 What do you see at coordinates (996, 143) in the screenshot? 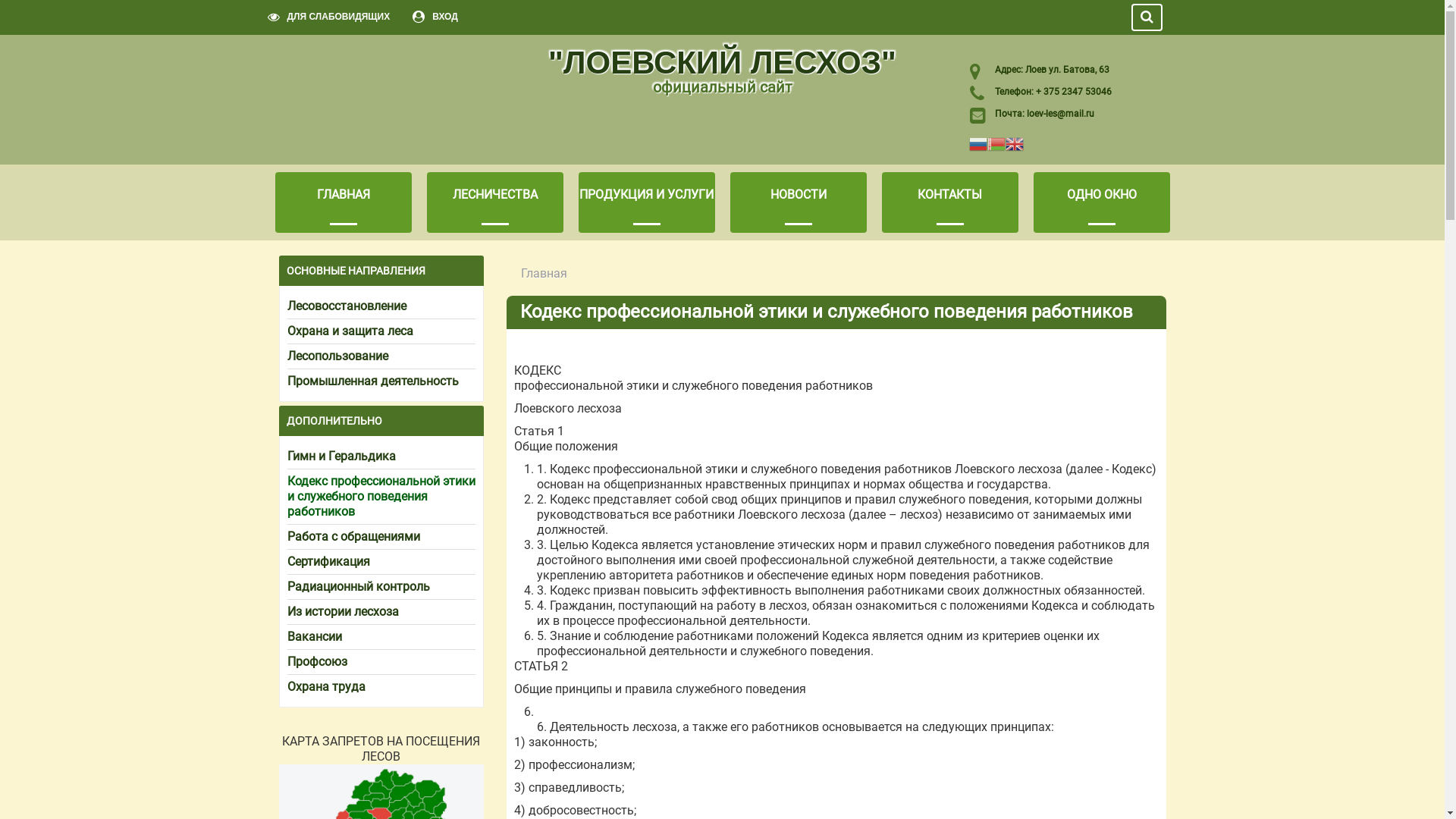
I see `'Belarusian'` at bounding box center [996, 143].